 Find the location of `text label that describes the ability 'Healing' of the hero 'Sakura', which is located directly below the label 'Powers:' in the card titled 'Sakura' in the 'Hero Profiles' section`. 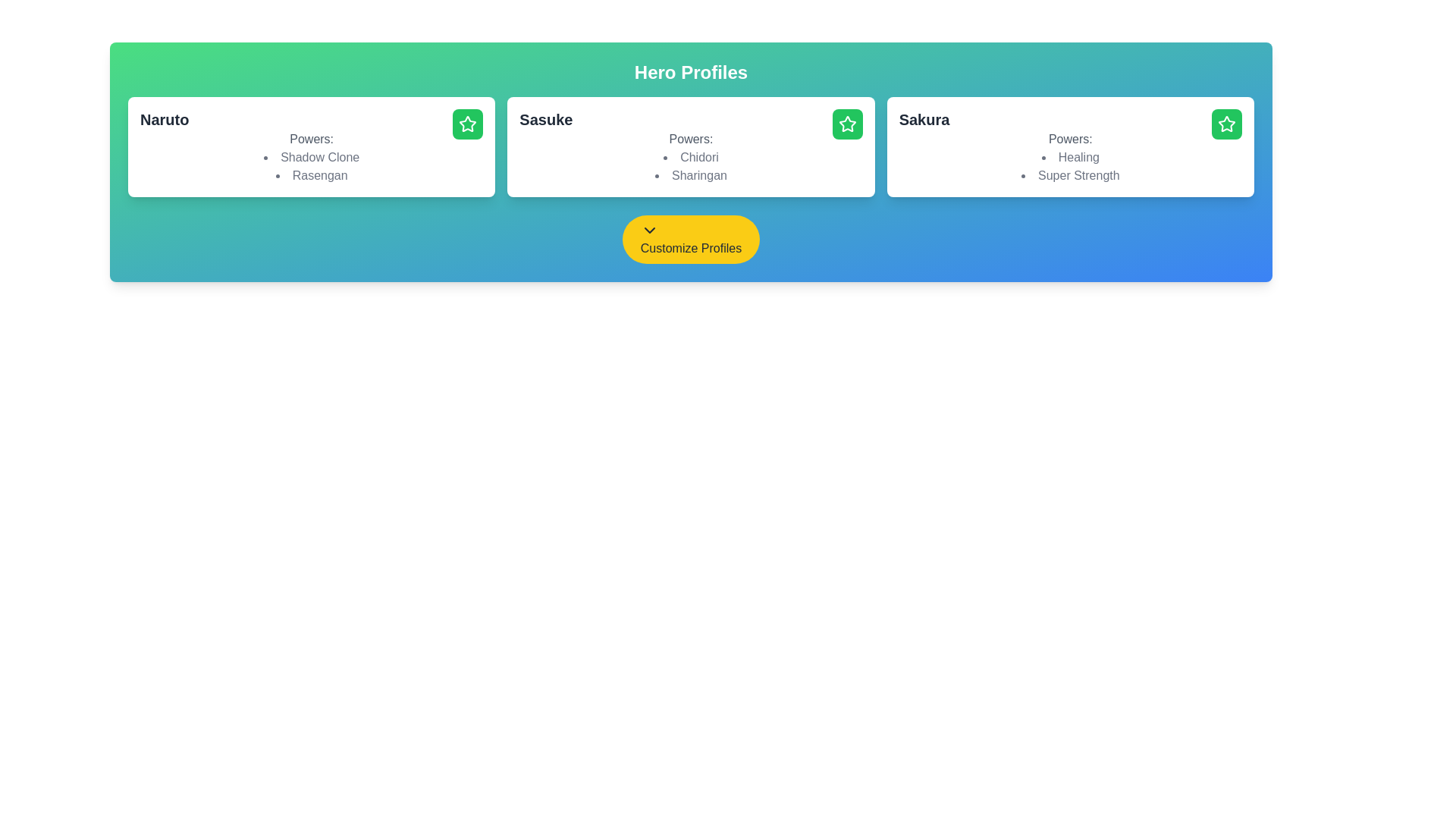

text label that describes the ability 'Healing' of the hero 'Sakura', which is located directly below the label 'Powers:' in the card titled 'Sakura' in the 'Hero Profiles' section is located at coordinates (1069, 158).